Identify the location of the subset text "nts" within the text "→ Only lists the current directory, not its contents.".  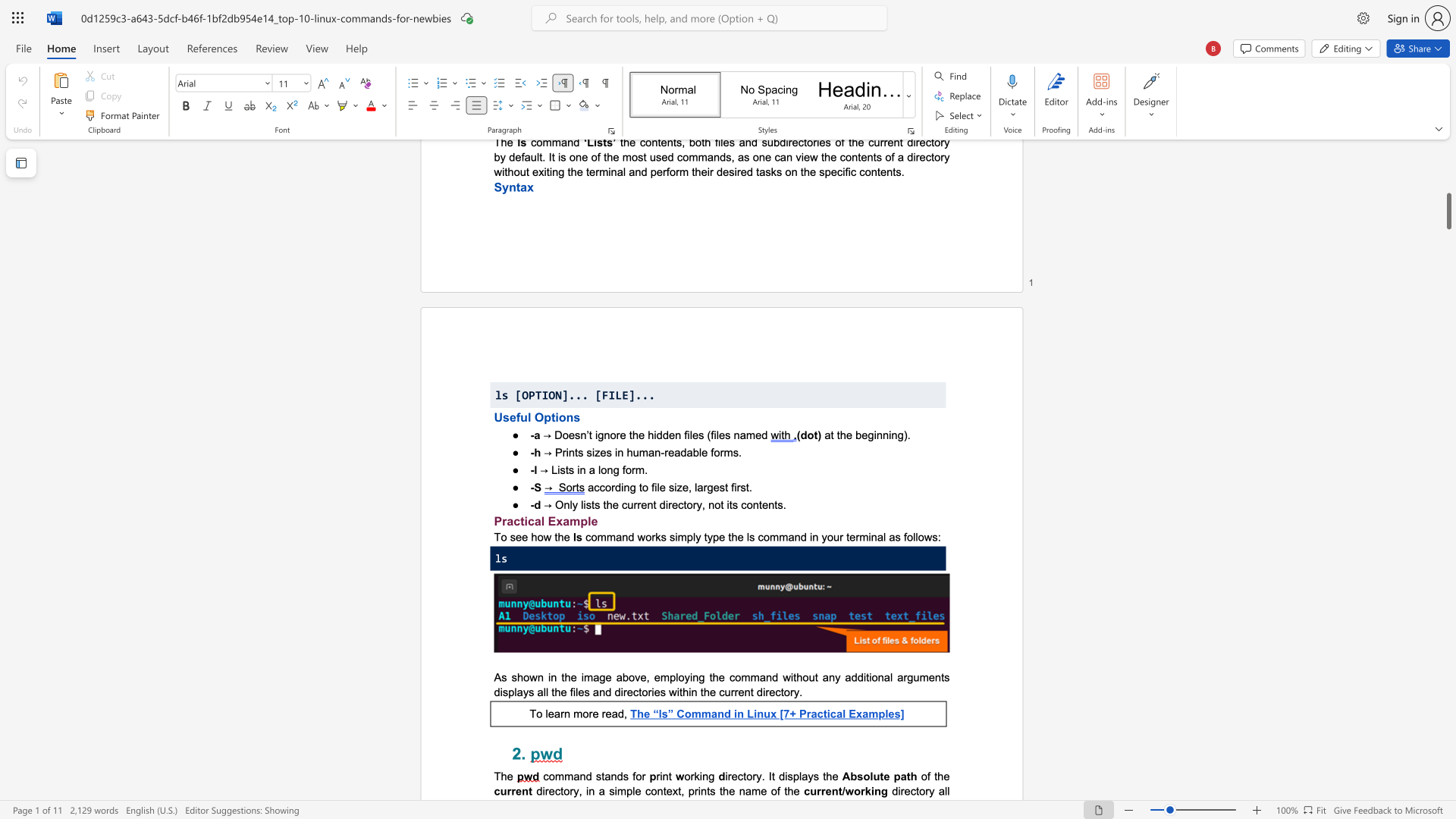
(768, 504).